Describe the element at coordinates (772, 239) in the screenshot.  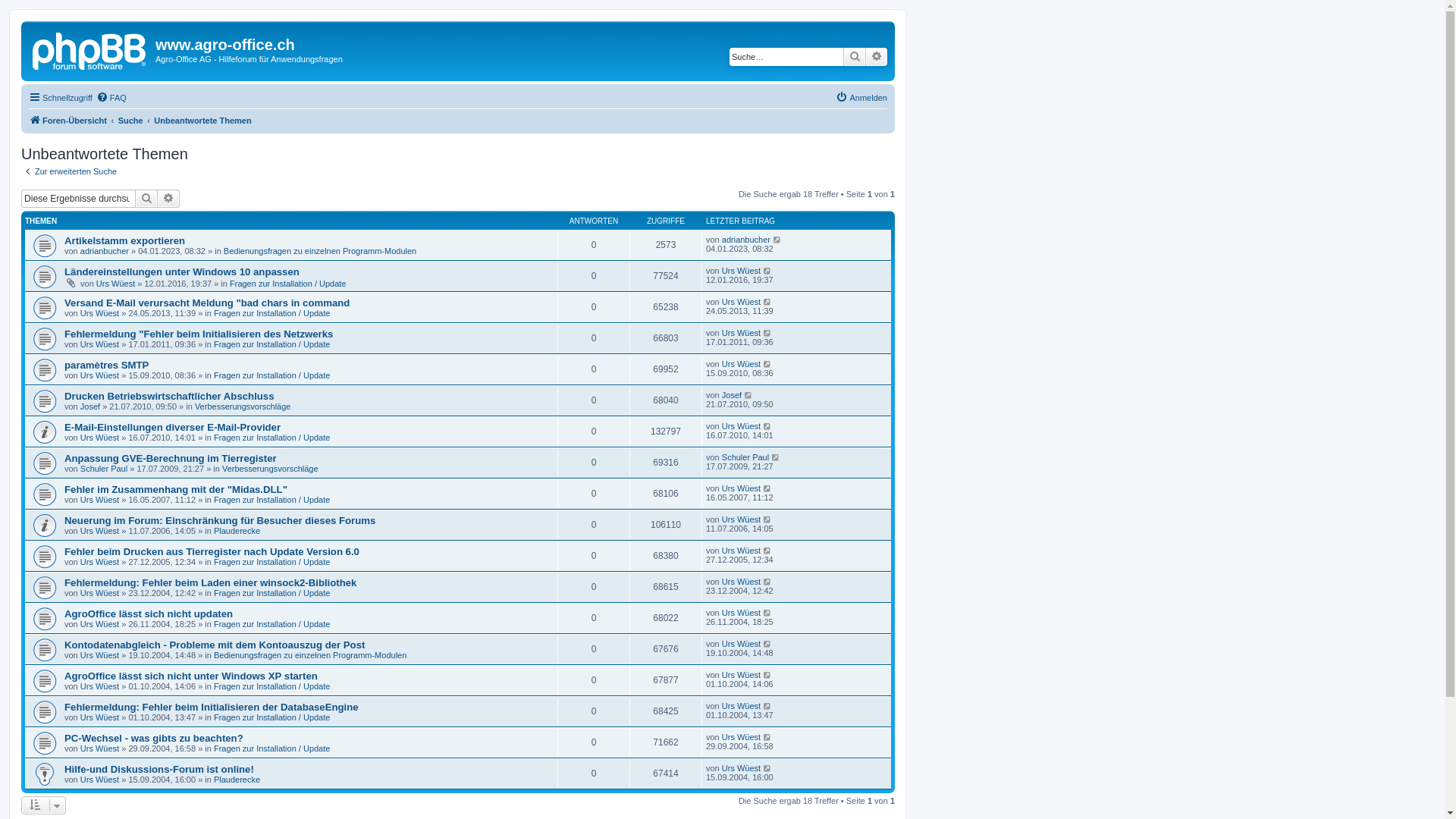
I see `'Gehe zum letzten Beitrag'` at that location.